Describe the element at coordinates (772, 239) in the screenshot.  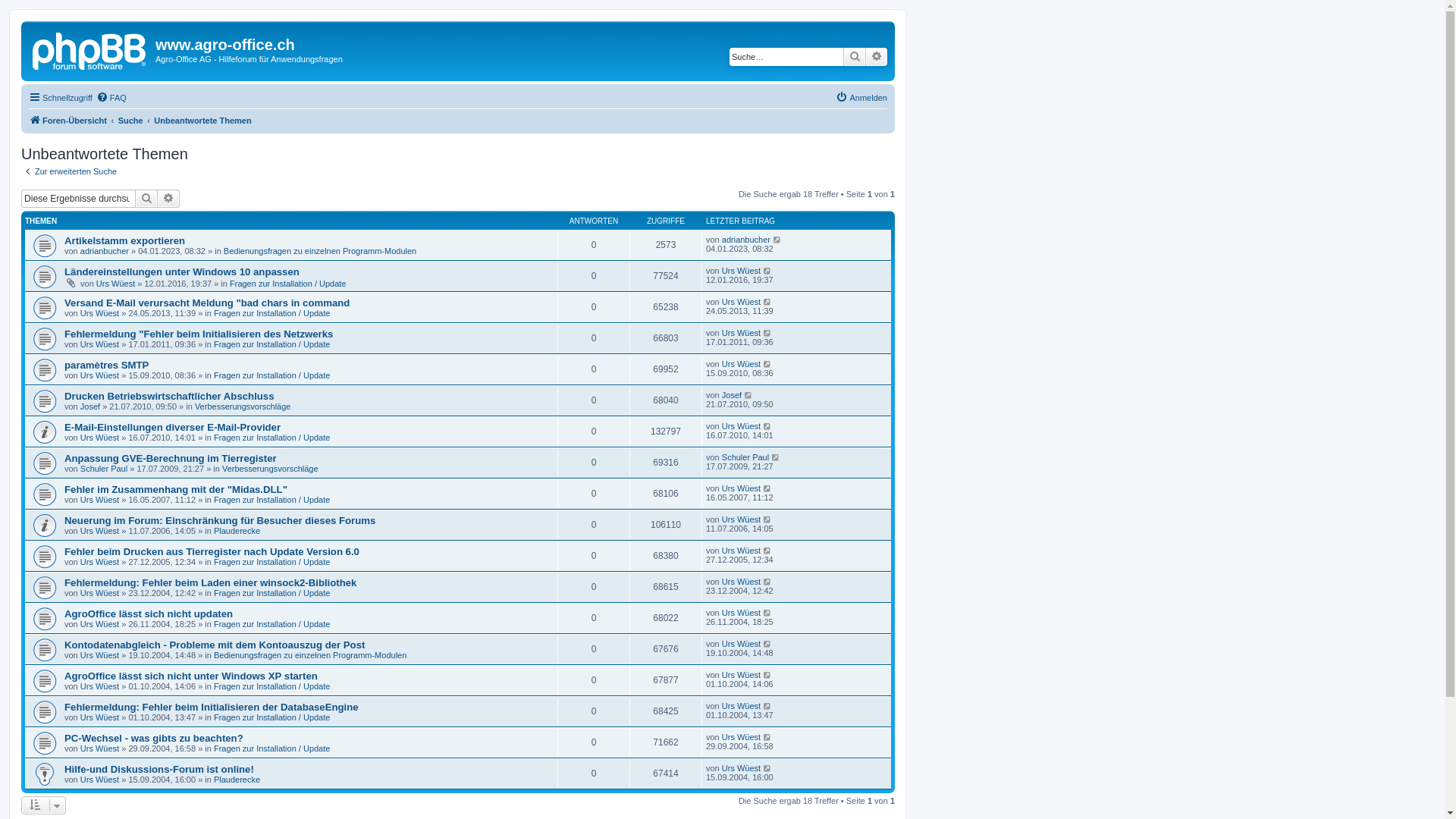
I see `'Gehe zum letzten Beitrag'` at that location.